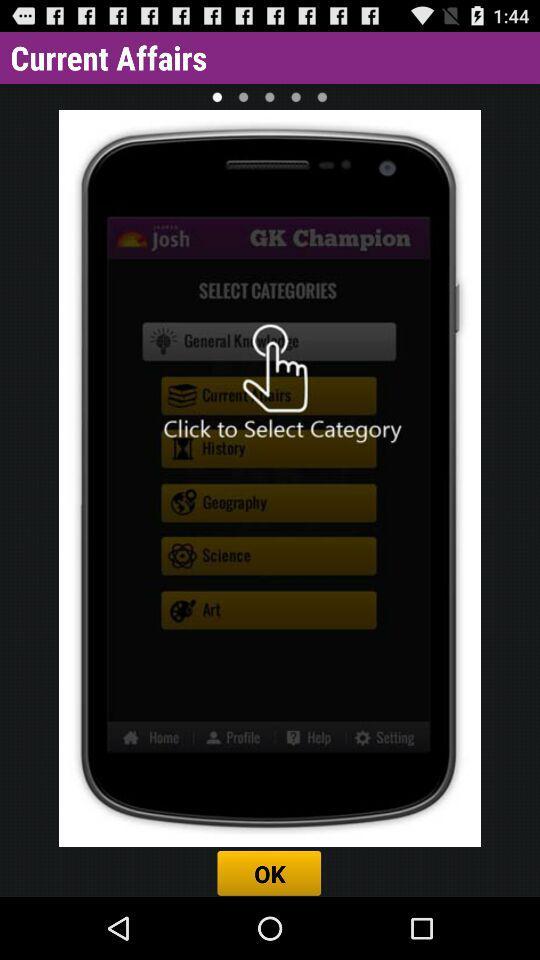 The width and height of the screenshot is (540, 960). What do you see at coordinates (270, 103) in the screenshot?
I see `the national_flag icon` at bounding box center [270, 103].